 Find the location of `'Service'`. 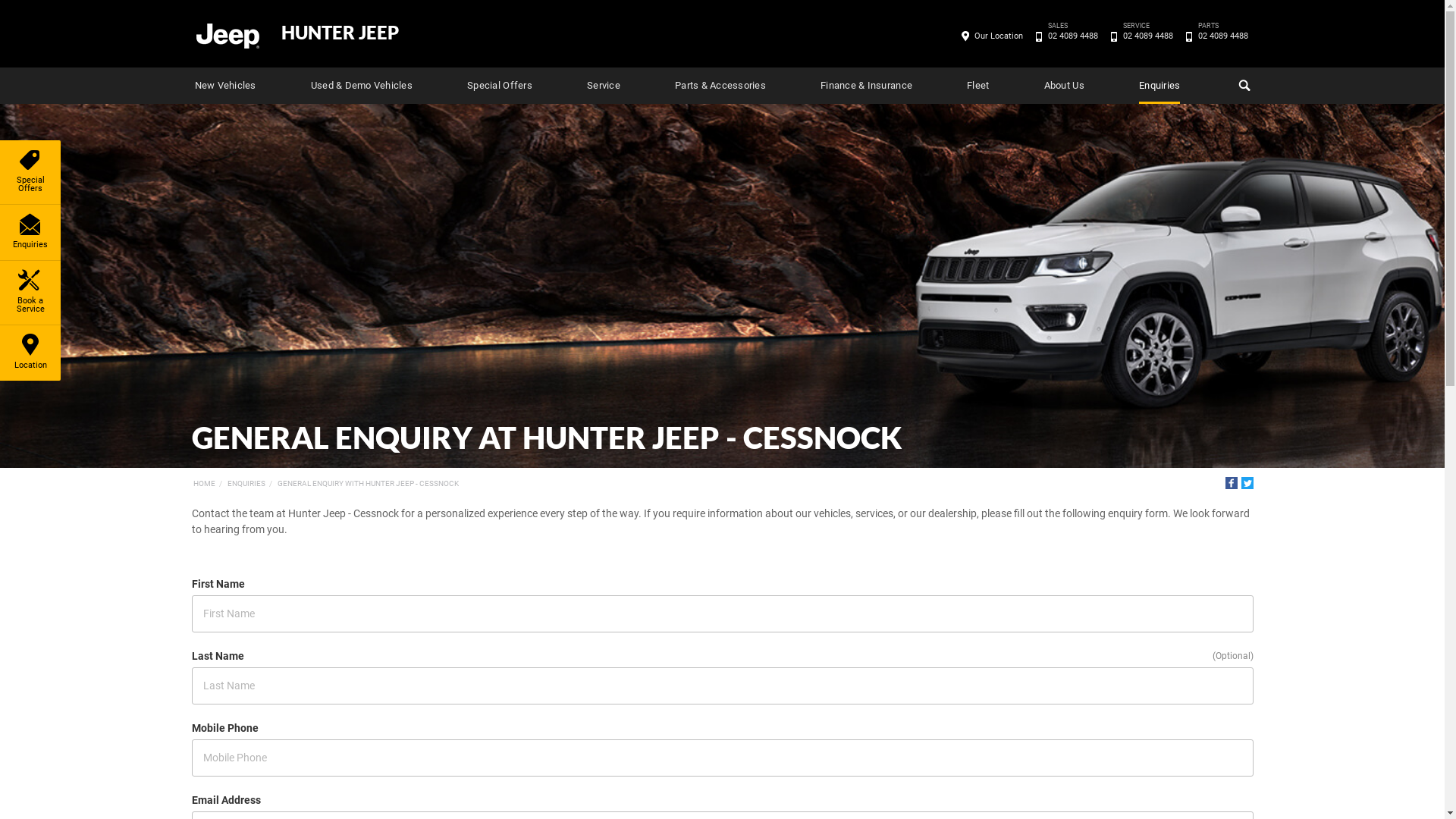

'Service' is located at coordinates (603, 85).